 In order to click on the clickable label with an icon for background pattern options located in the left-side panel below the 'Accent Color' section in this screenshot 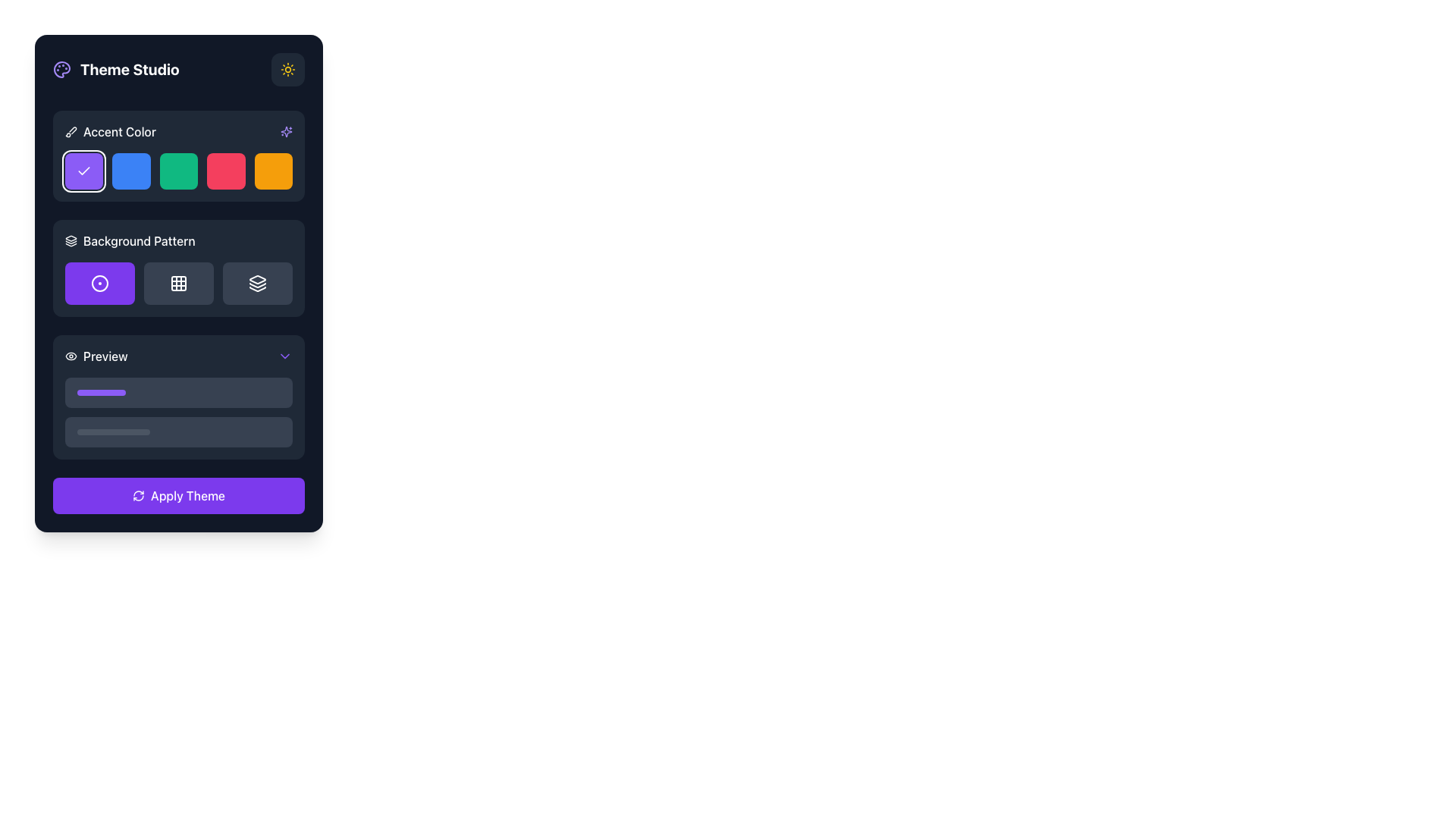, I will do `click(130, 240)`.